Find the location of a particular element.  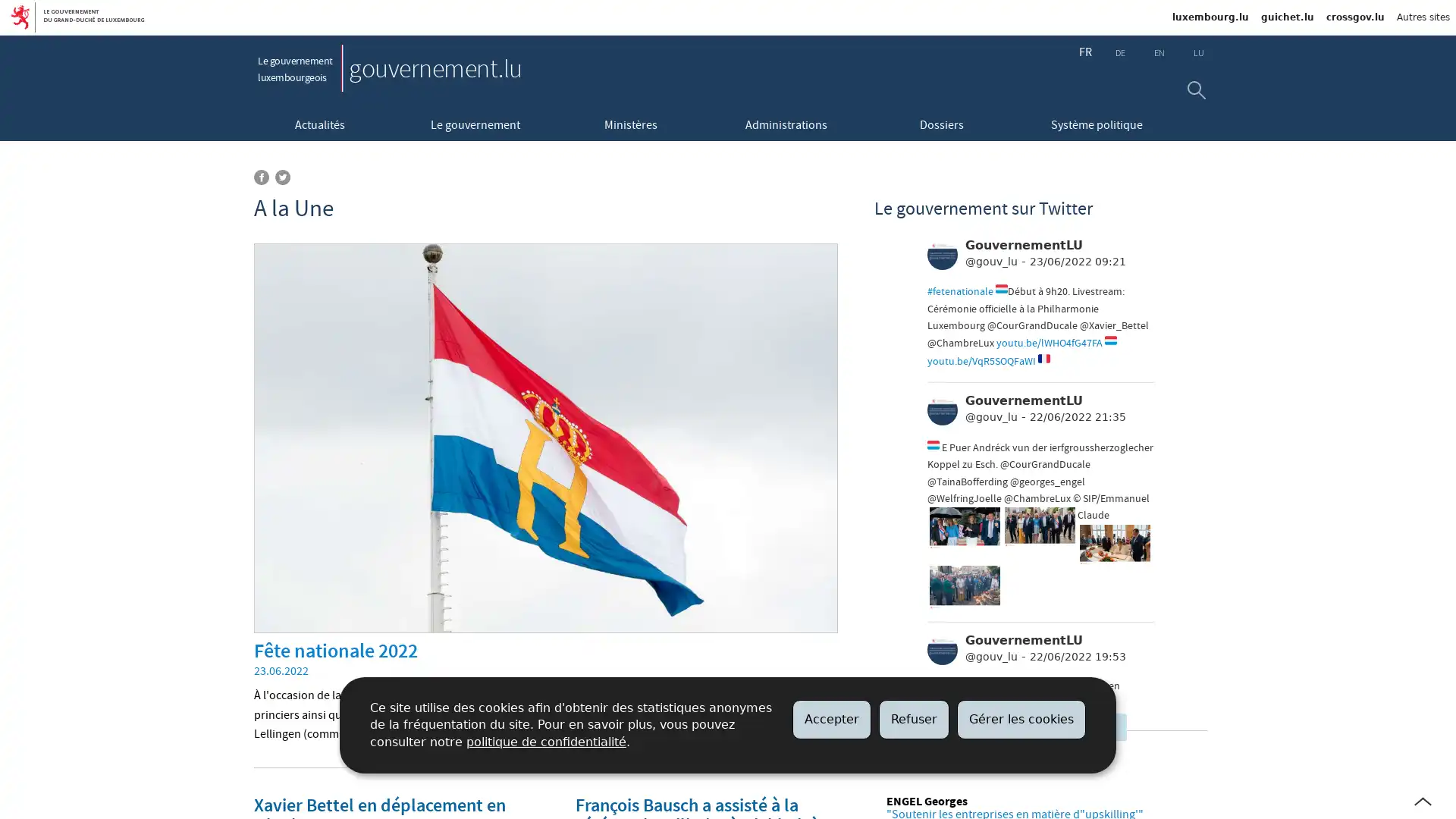

Refuser is located at coordinates (913, 718).